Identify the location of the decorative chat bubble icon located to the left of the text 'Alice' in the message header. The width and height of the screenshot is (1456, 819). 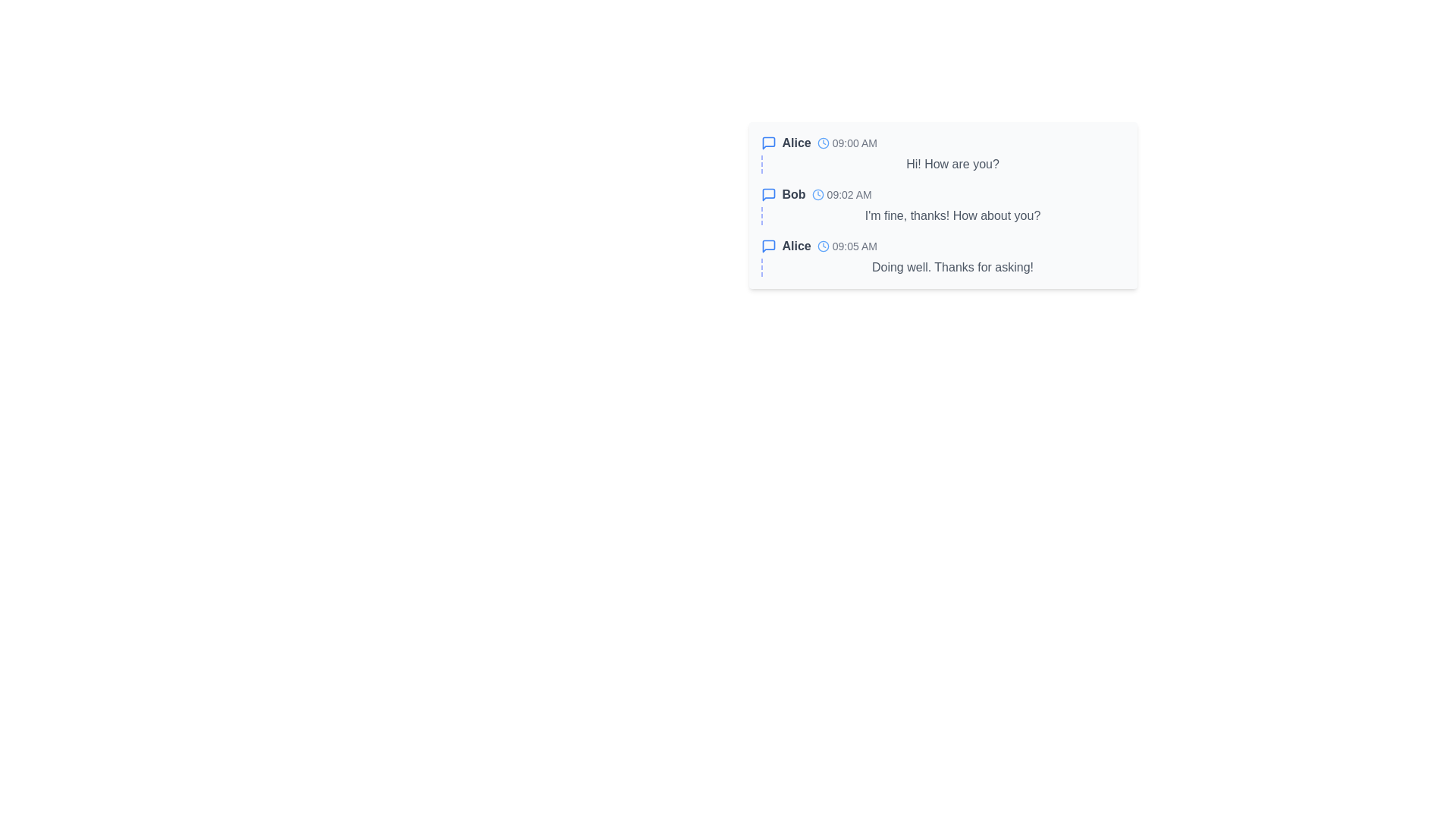
(768, 143).